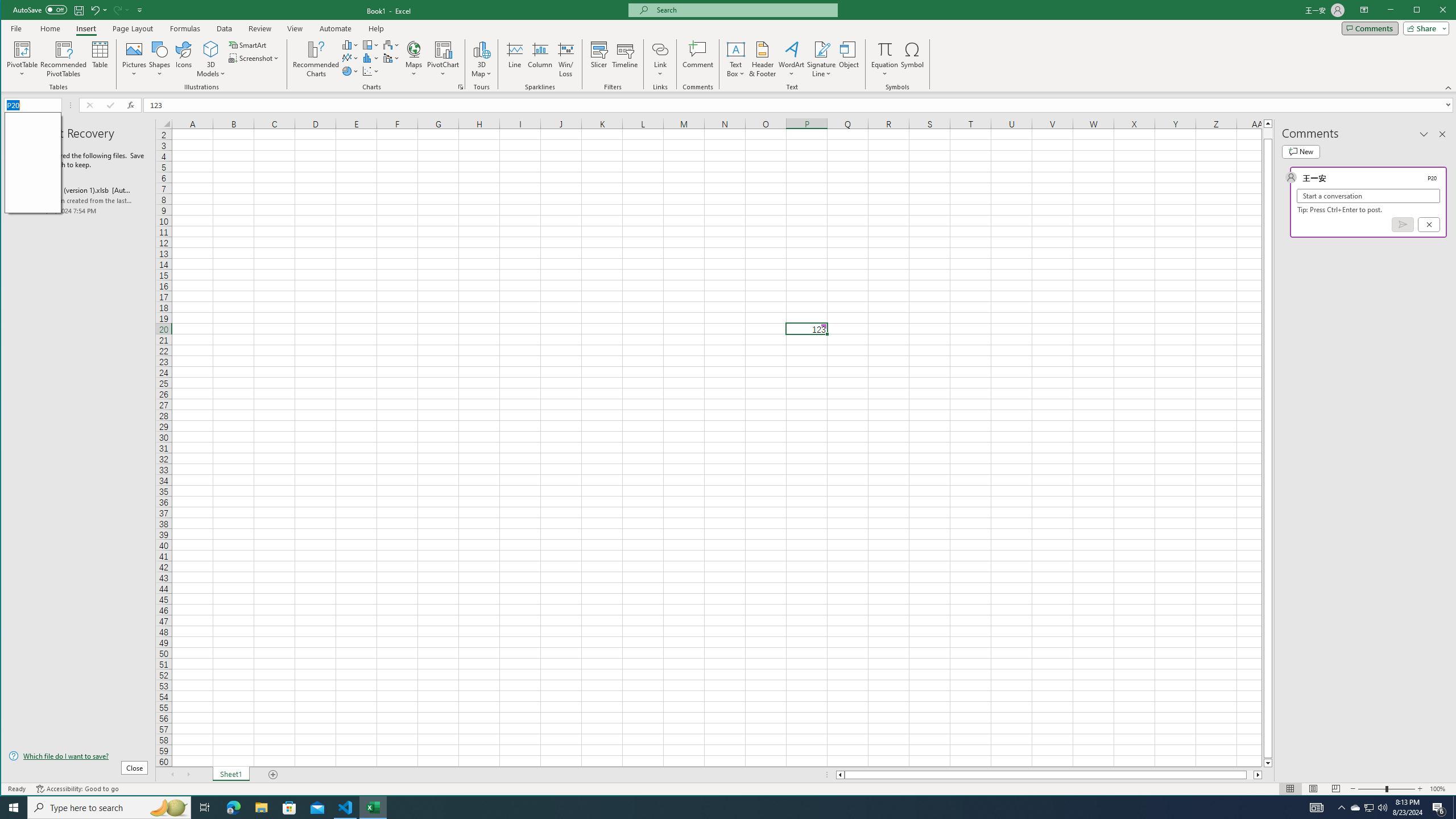 The width and height of the screenshot is (1456, 819). What do you see at coordinates (540, 59) in the screenshot?
I see `'Column'` at bounding box center [540, 59].